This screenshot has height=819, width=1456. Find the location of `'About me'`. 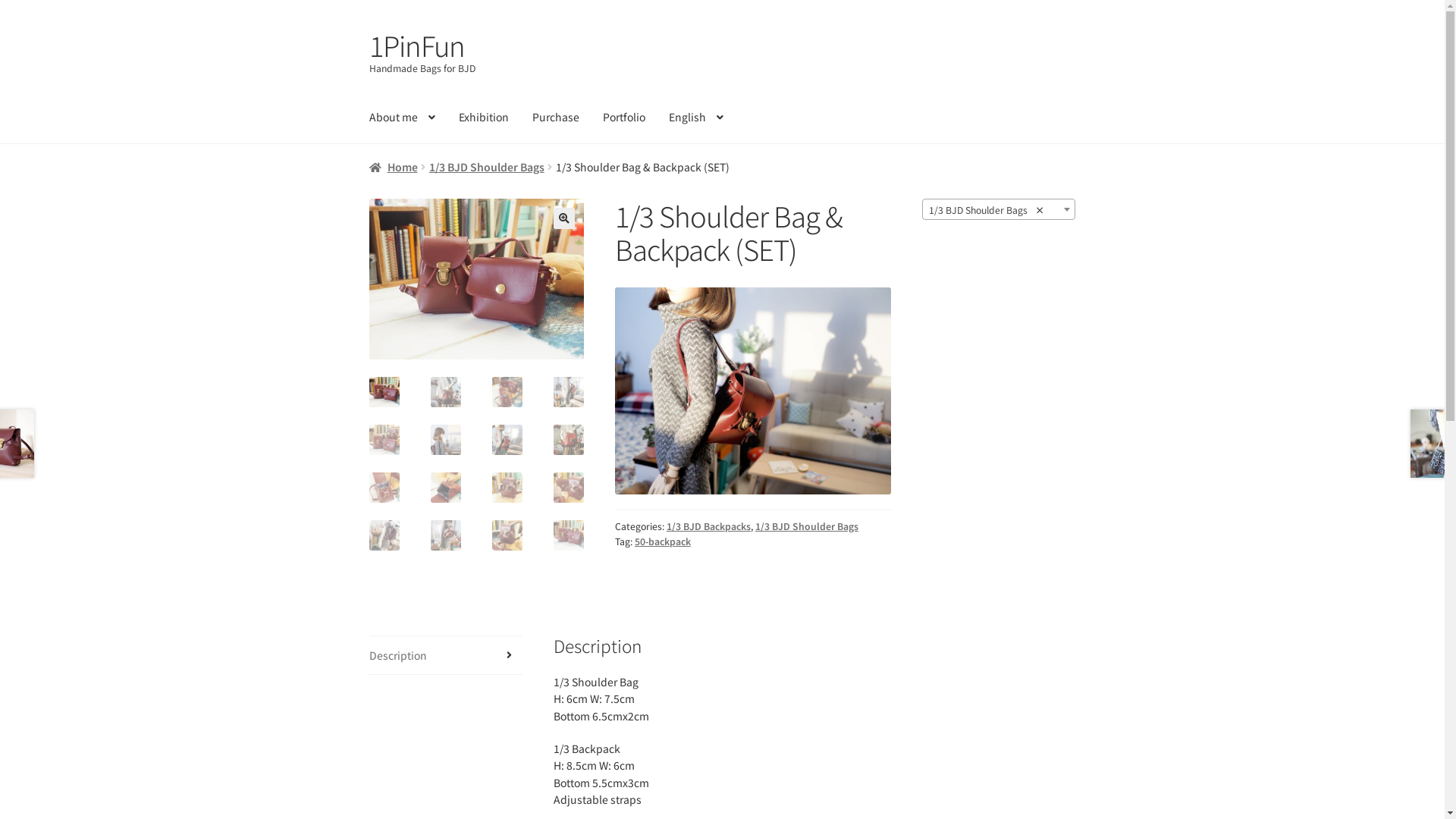

'About me' is located at coordinates (402, 116).